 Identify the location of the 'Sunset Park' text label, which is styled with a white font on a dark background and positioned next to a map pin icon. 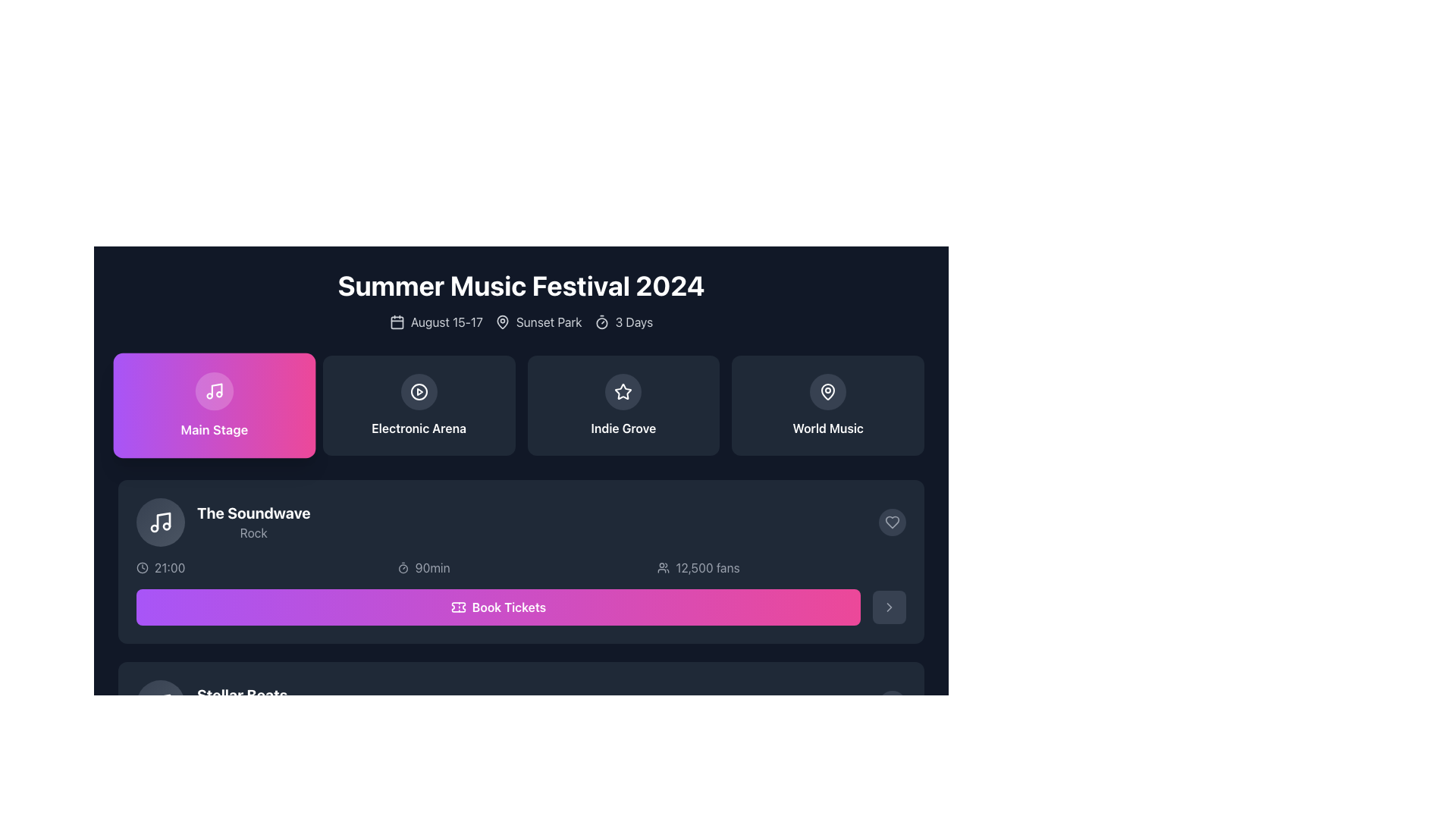
(548, 321).